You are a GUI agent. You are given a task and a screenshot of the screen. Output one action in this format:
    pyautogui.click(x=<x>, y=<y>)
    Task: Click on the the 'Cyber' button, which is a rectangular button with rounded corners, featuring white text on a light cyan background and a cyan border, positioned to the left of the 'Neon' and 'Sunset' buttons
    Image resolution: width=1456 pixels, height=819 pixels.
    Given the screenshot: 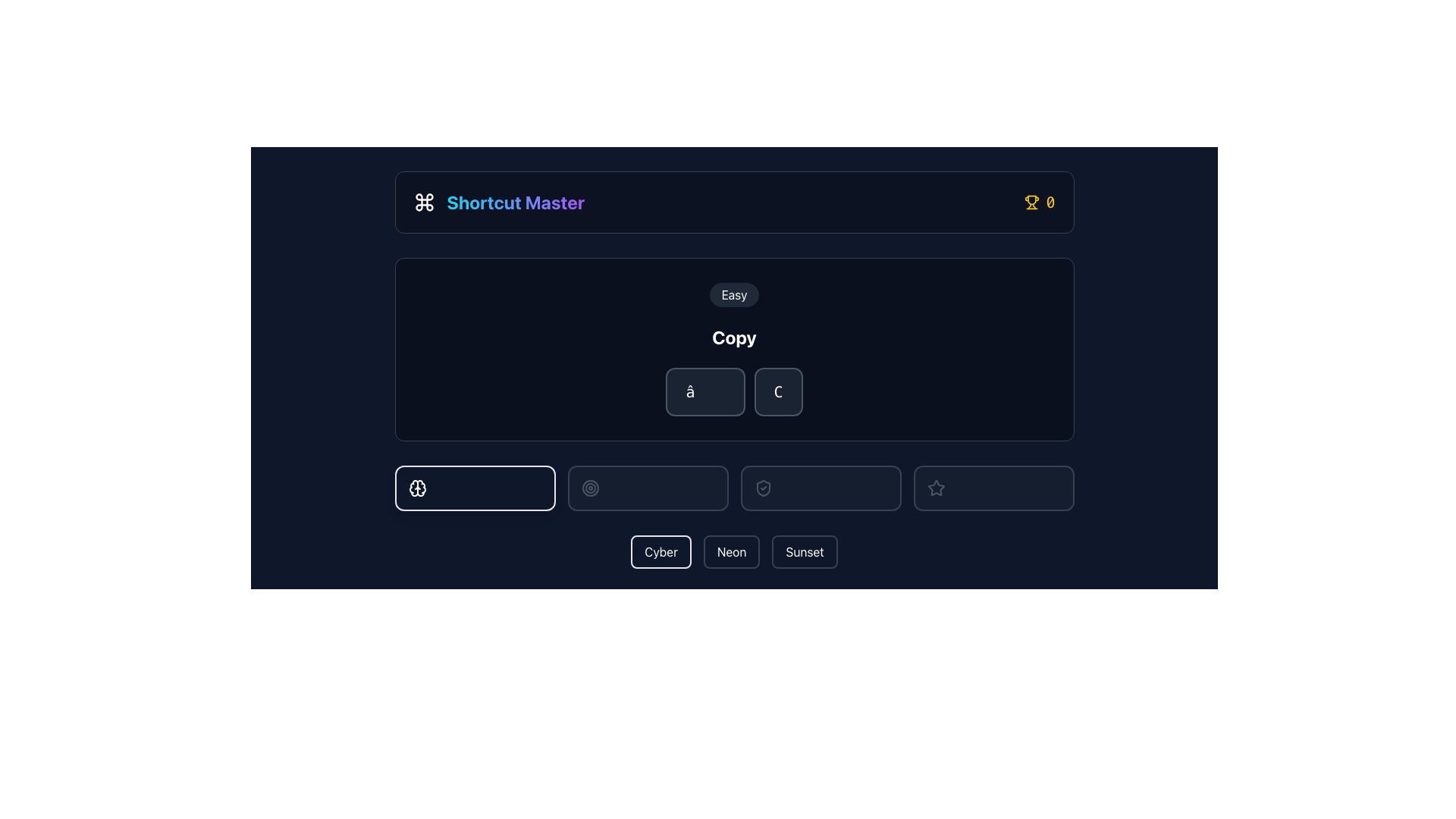 What is the action you would take?
    pyautogui.click(x=661, y=552)
    